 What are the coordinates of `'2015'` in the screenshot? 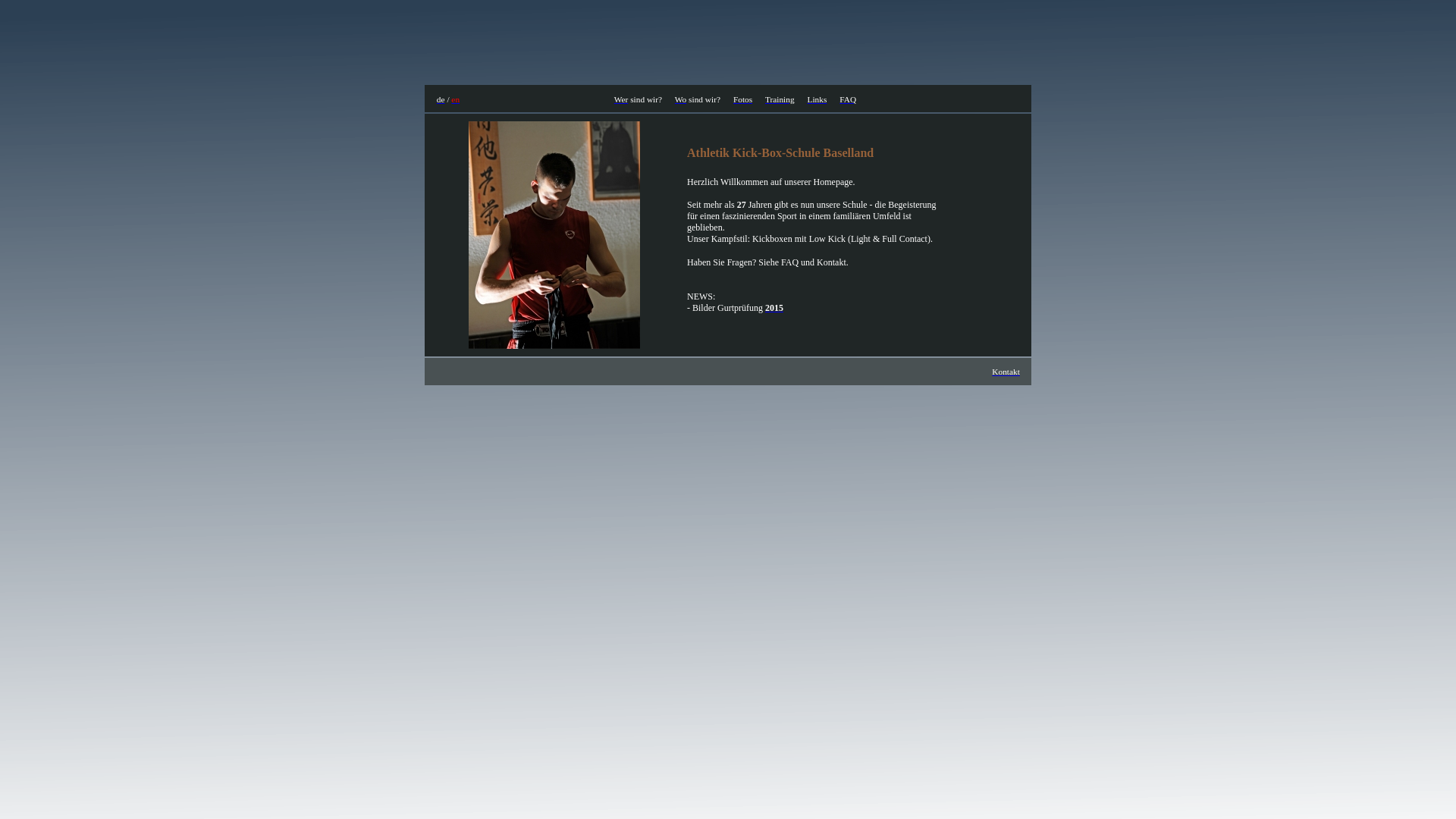 It's located at (774, 307).